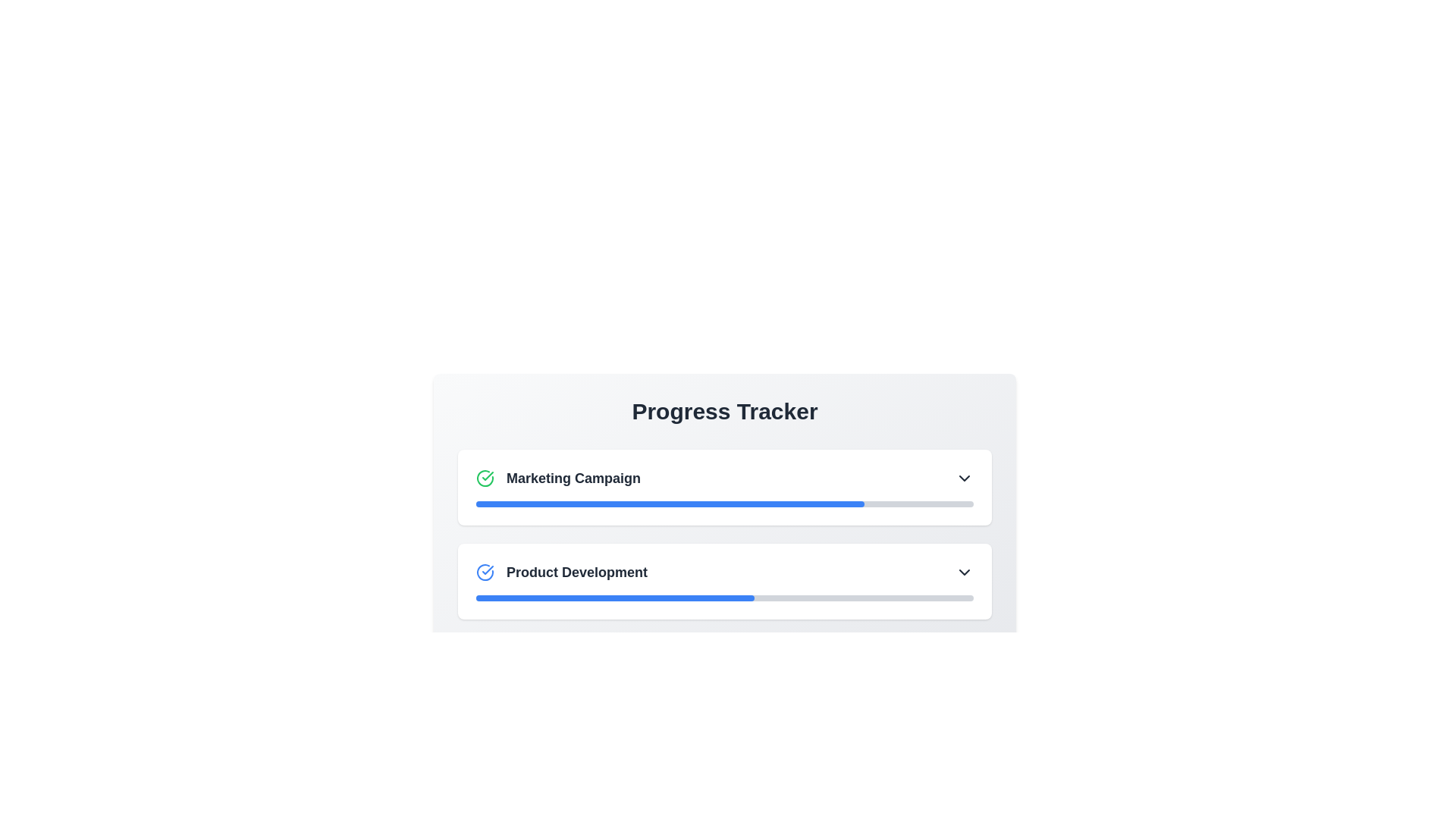 The image size is (1456, 819). I want to click on the 'Marketing Campaign' progress tracker label, which is positioned in the upper widget and has a green checkmark icon to its left and an interactive dropdown icon to its right, so click(557, 479).